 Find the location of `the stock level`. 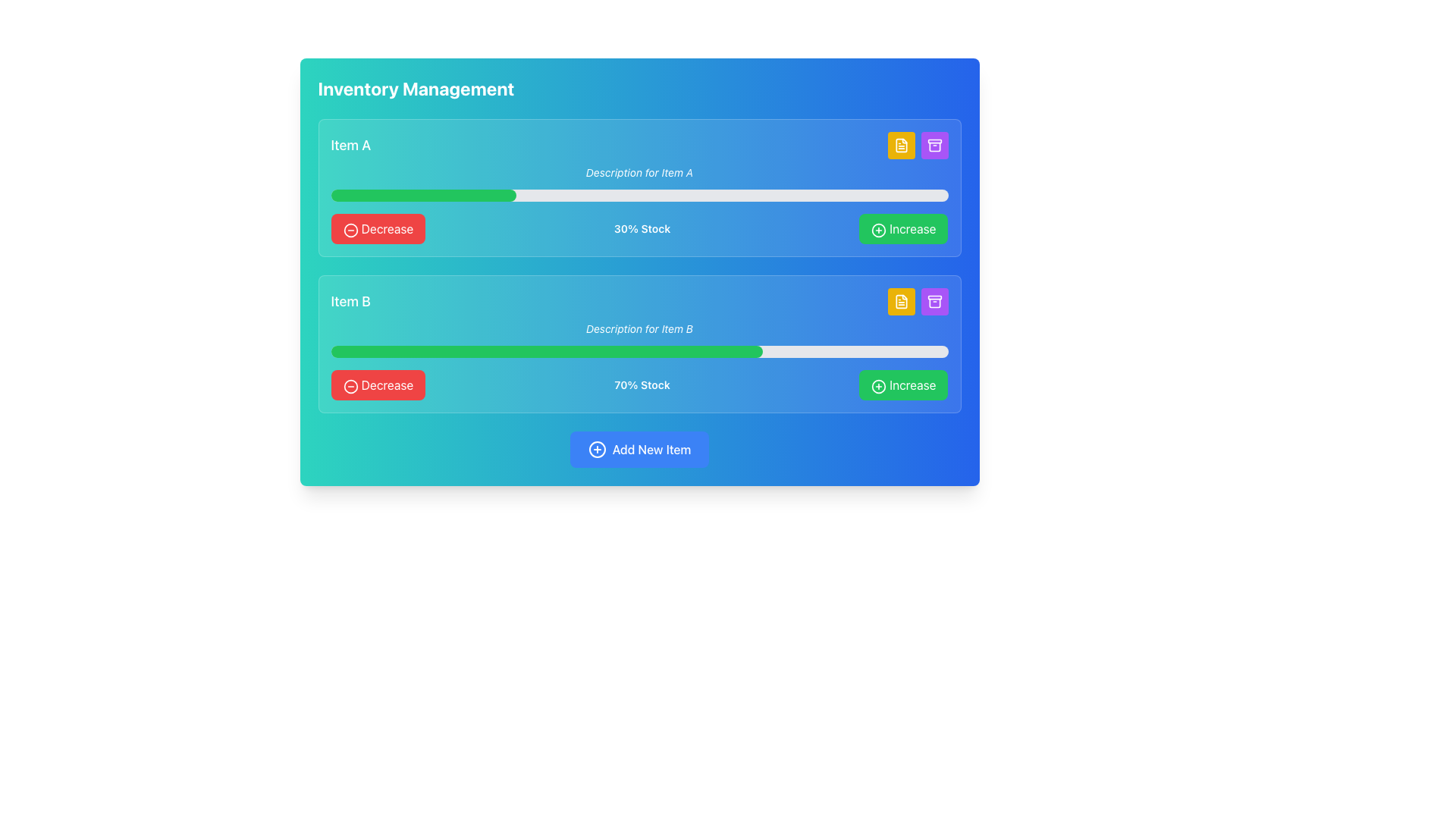

the stock level is located at coordinates (504, 195).